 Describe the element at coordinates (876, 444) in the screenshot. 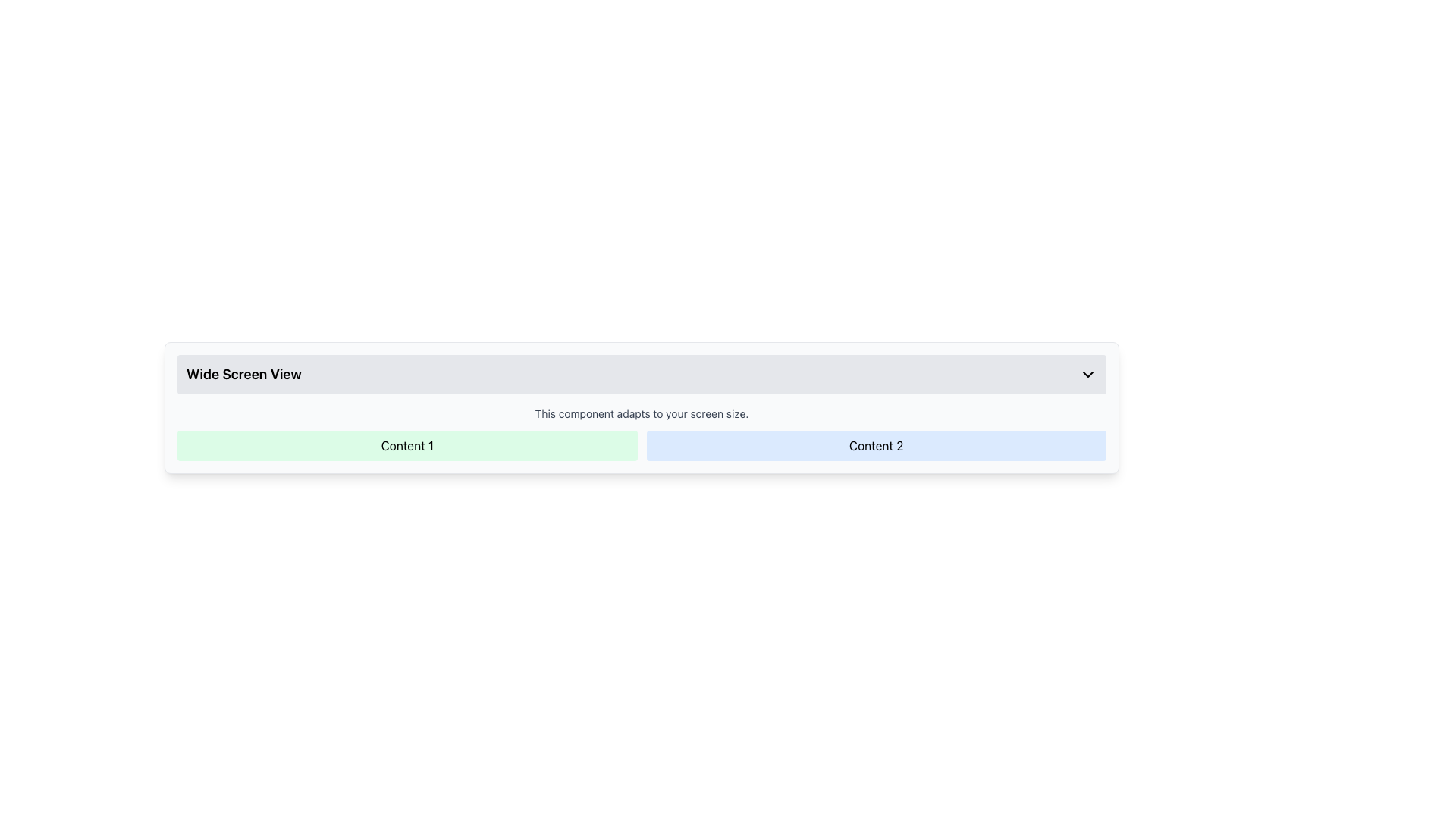

I see `the text label block positioned to the right of 'Content 1' in the two-column grid layout, located towards the bottom-center of the interface` at that location.